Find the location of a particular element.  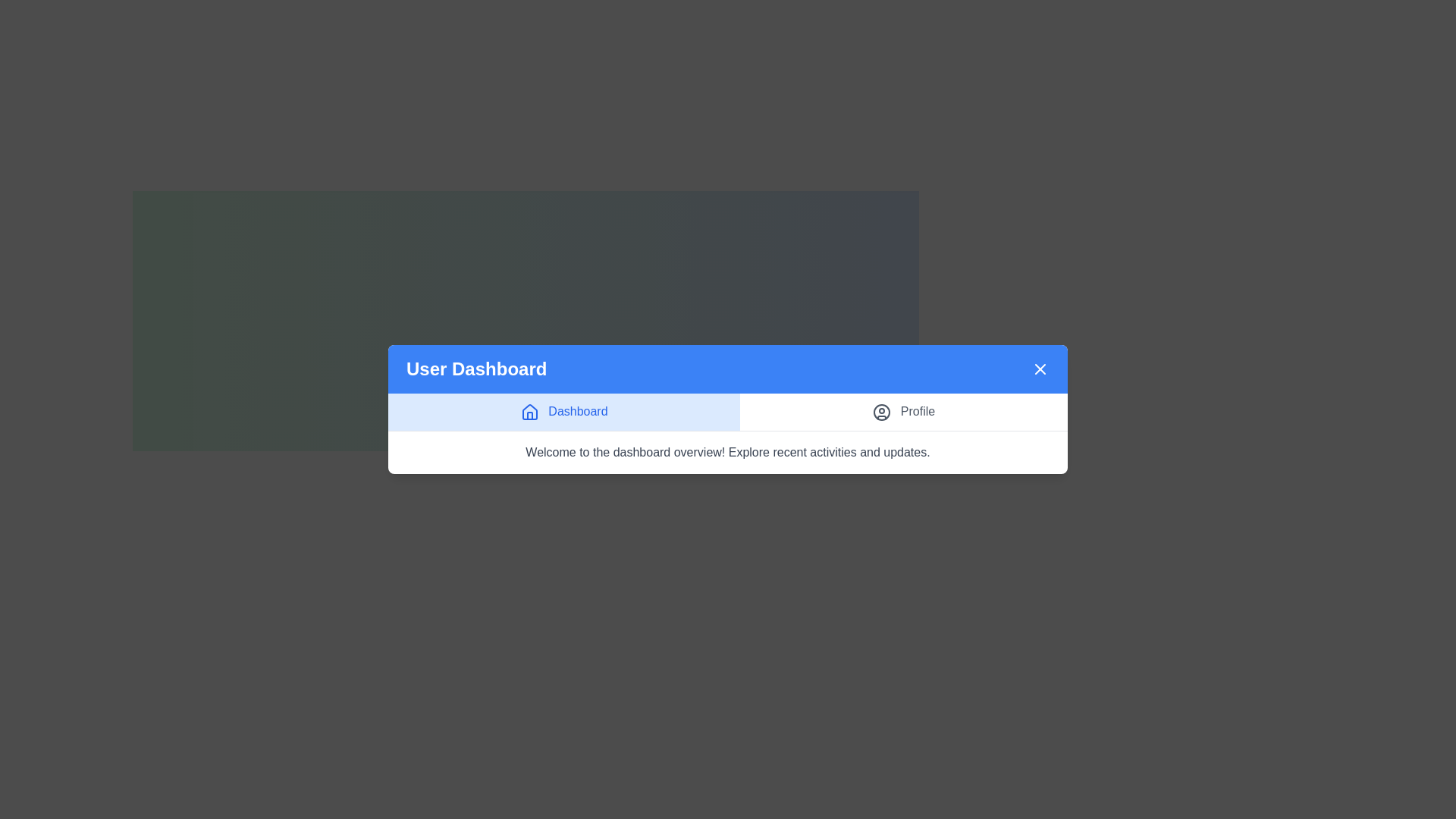

text from the Text Label that displays: "Welcome to the dashboard overview! Explore recent activities and updates." is located at coordinates (728, 451).